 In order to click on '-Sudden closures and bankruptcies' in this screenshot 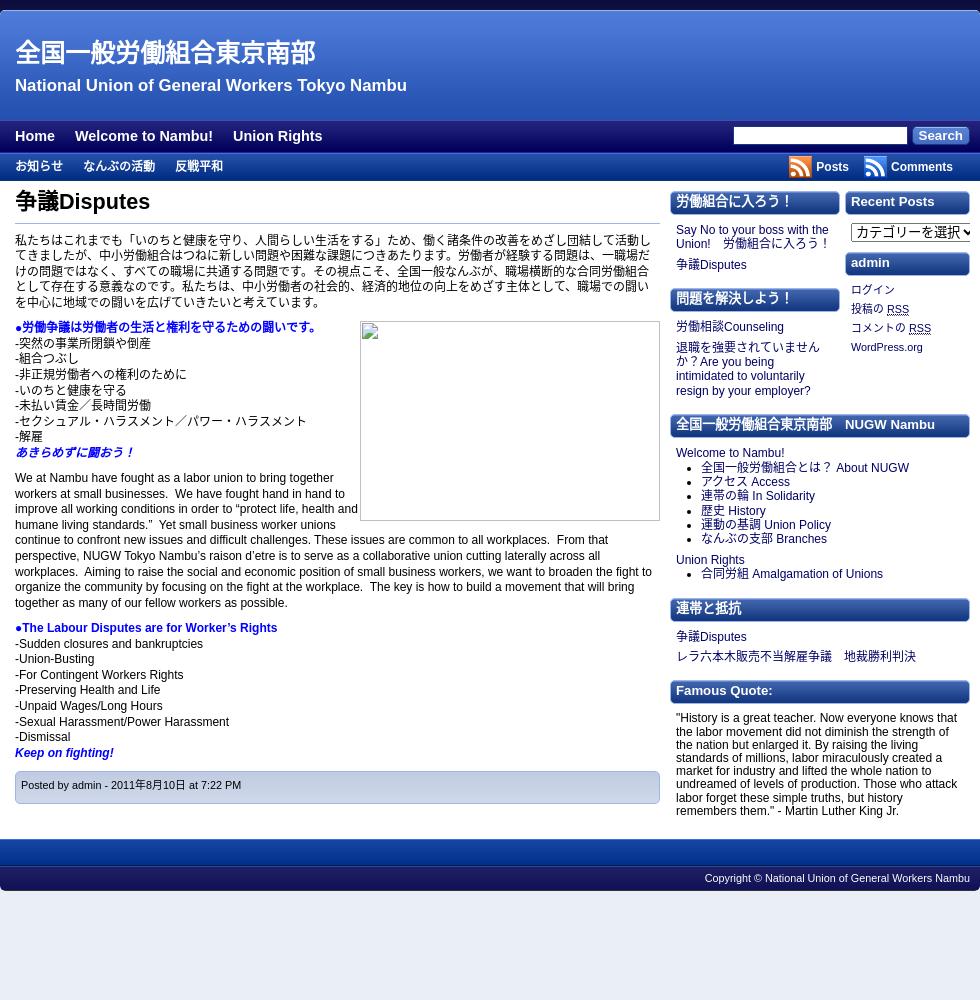, I will do `click(108, 643)`.